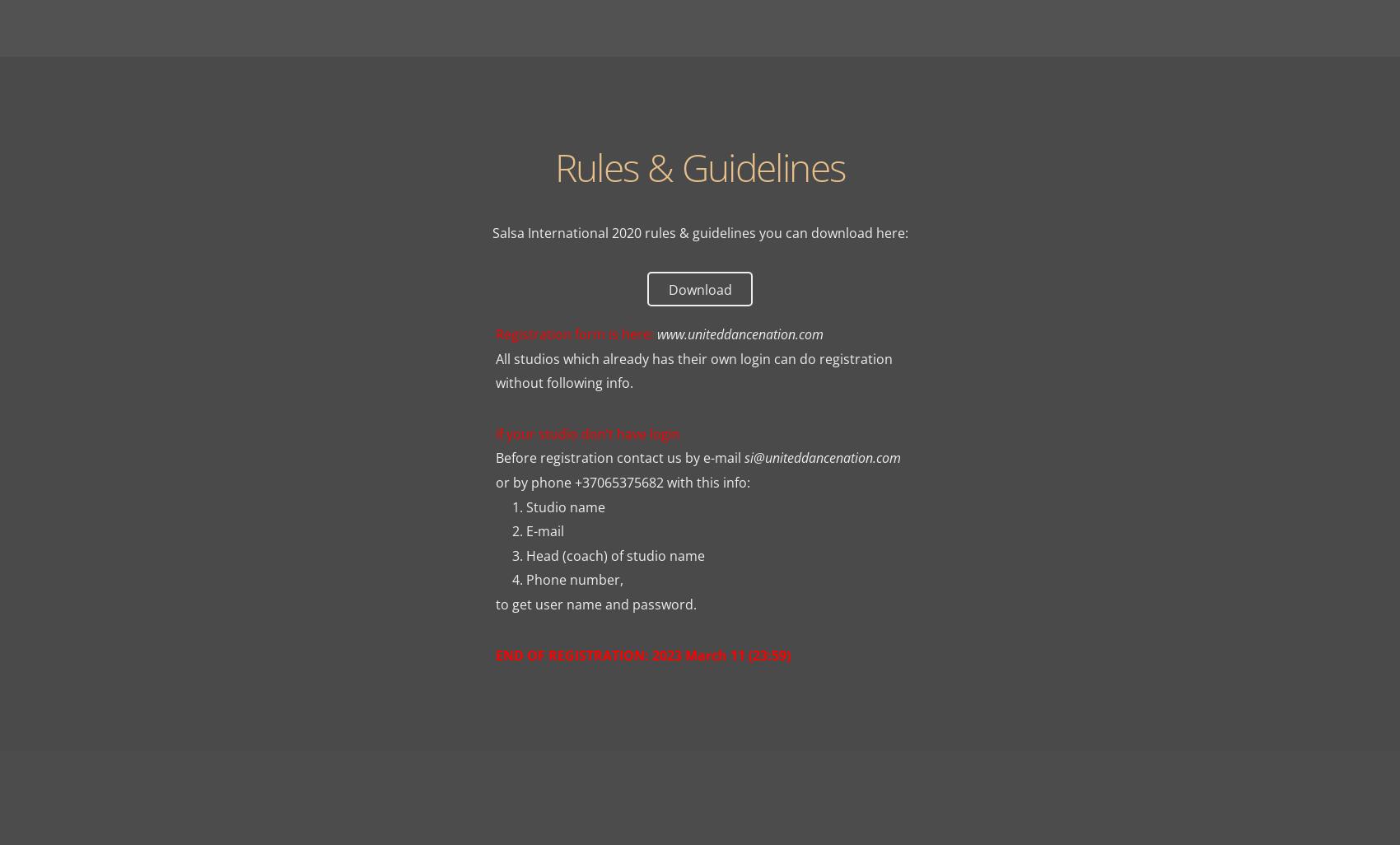  I want to click on 'END OF REGISTRATION: 2023 March 11 (23:59)', so click(641, 654).